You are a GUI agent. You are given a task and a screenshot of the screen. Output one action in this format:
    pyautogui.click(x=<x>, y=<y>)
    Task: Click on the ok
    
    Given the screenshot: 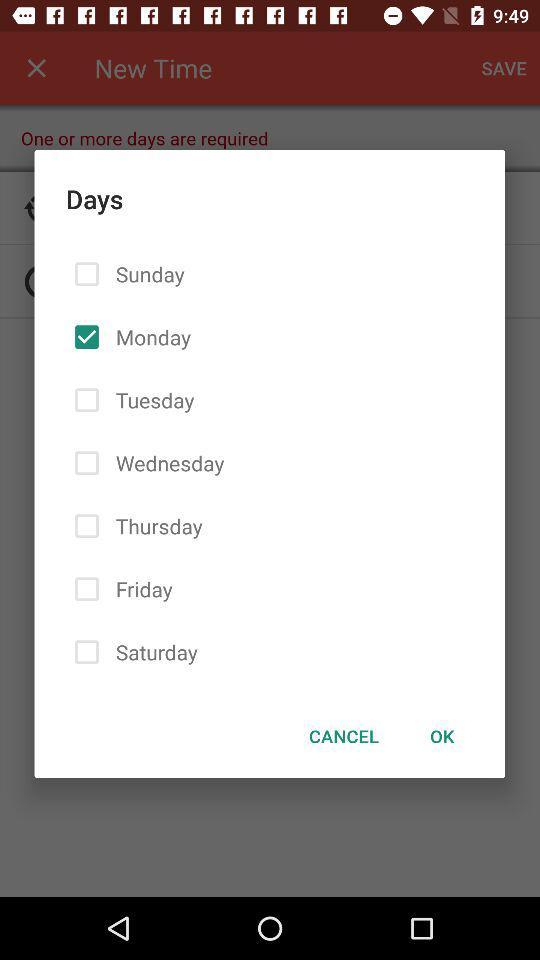 What is the action you would take?
    pyautogui.click(x=442, y=735)
    